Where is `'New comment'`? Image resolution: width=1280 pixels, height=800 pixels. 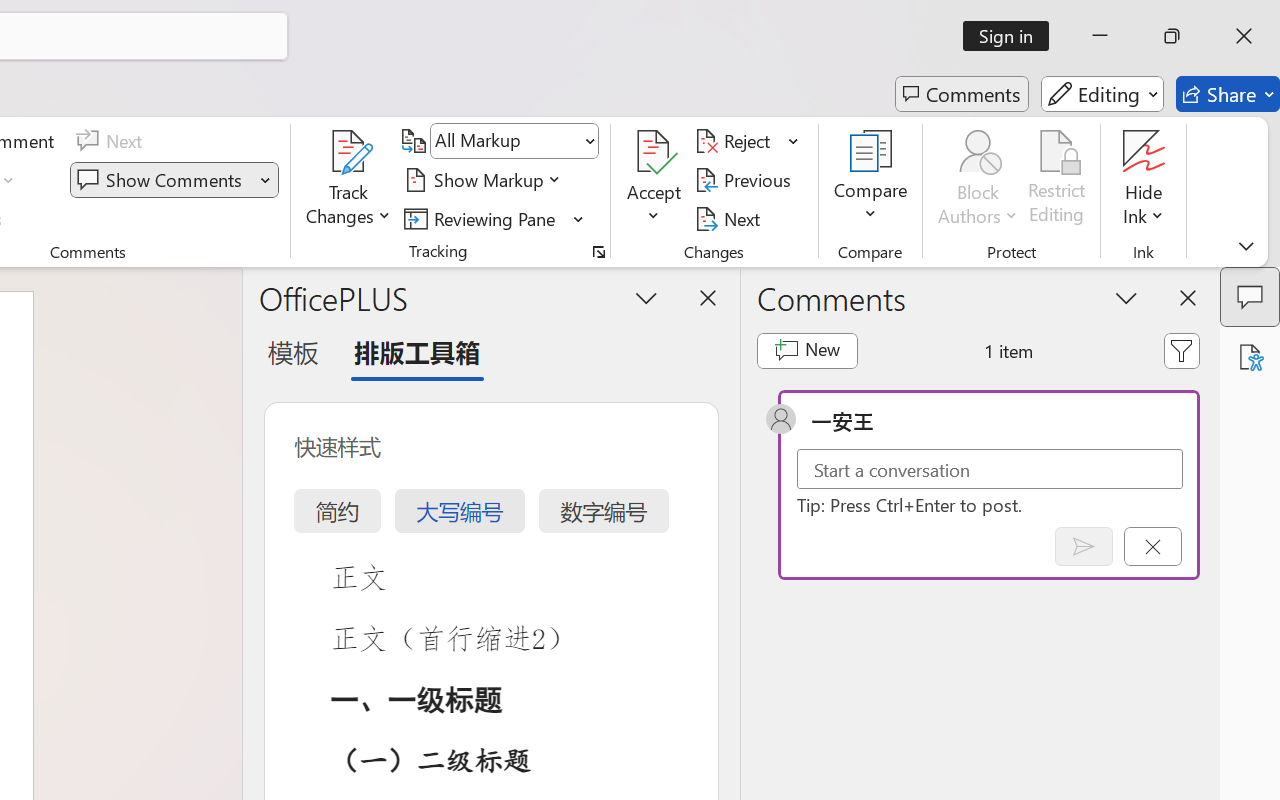
'New comment' is located at coordinates (807, 350).